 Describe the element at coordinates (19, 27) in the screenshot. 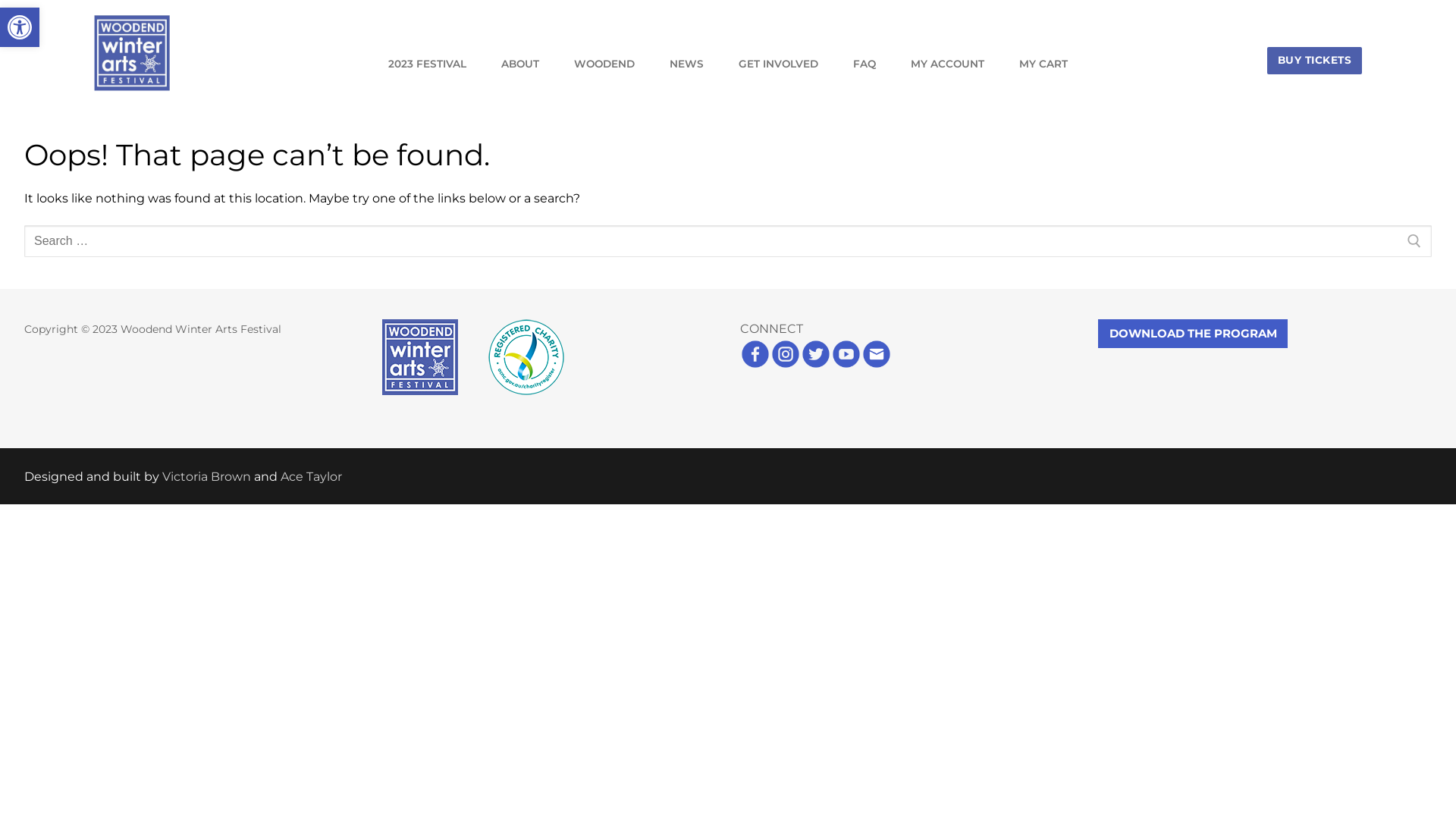

I see `'Open toolbar` at that location.